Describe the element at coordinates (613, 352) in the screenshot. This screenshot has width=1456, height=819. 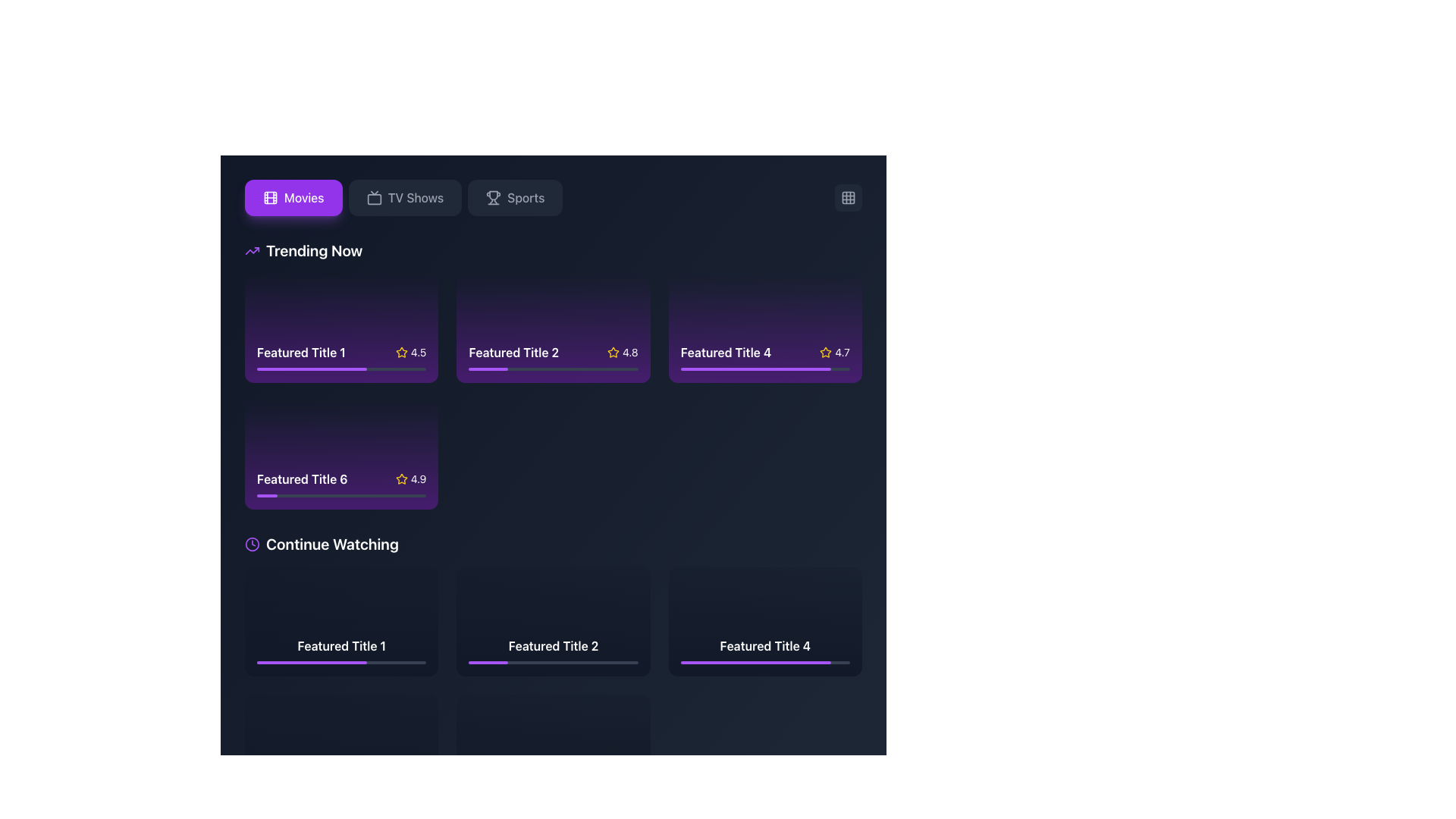
I see `star icon with a yellow outline and a purple background, which is part of the rating interface next to the text '4.8'` at that location.